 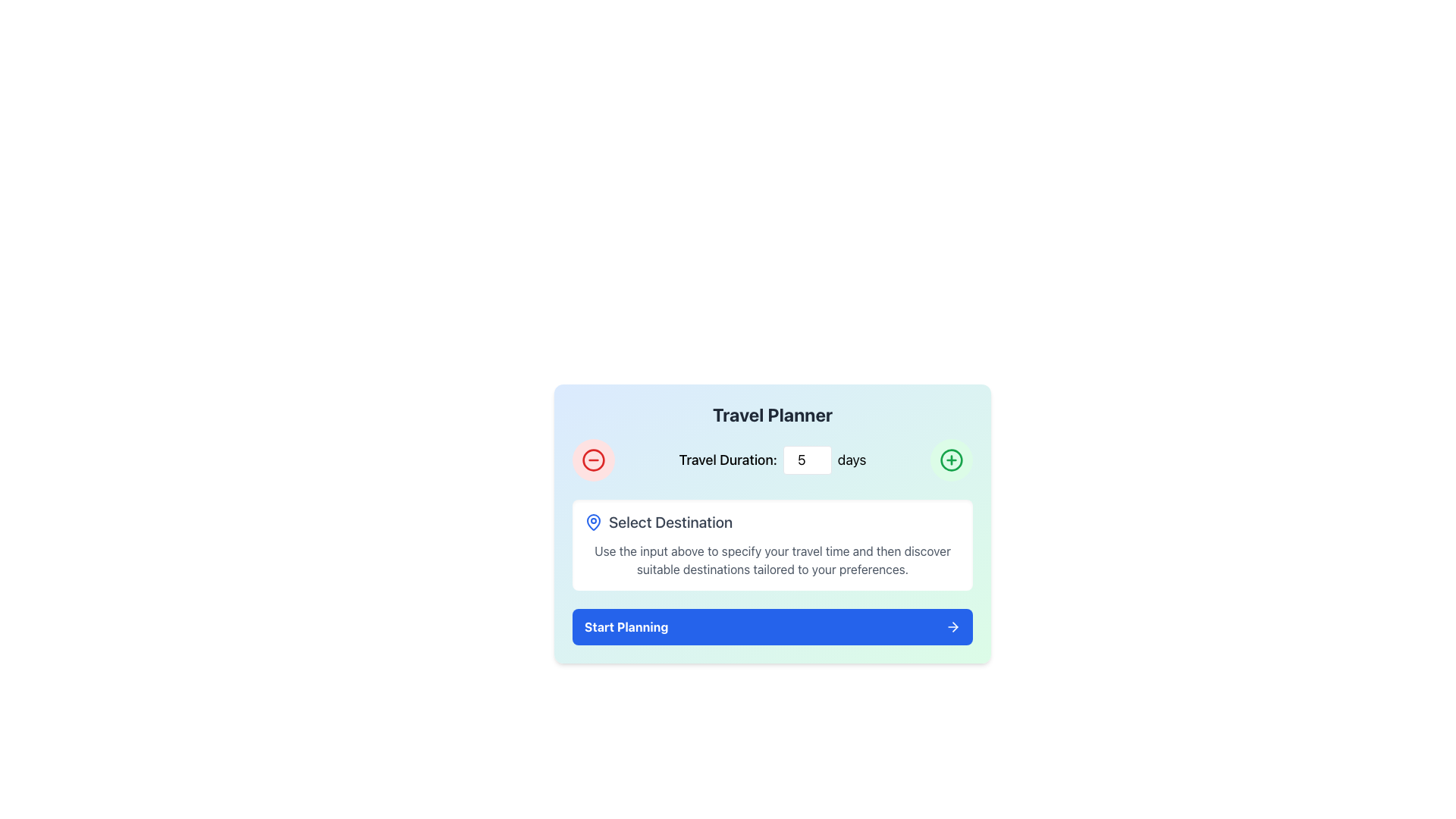 I want to click on the circular green button with a green-plus icon located in the top-right corner of the 'Travel Duration' section to increment the associated value, so click(x=950, y=459).